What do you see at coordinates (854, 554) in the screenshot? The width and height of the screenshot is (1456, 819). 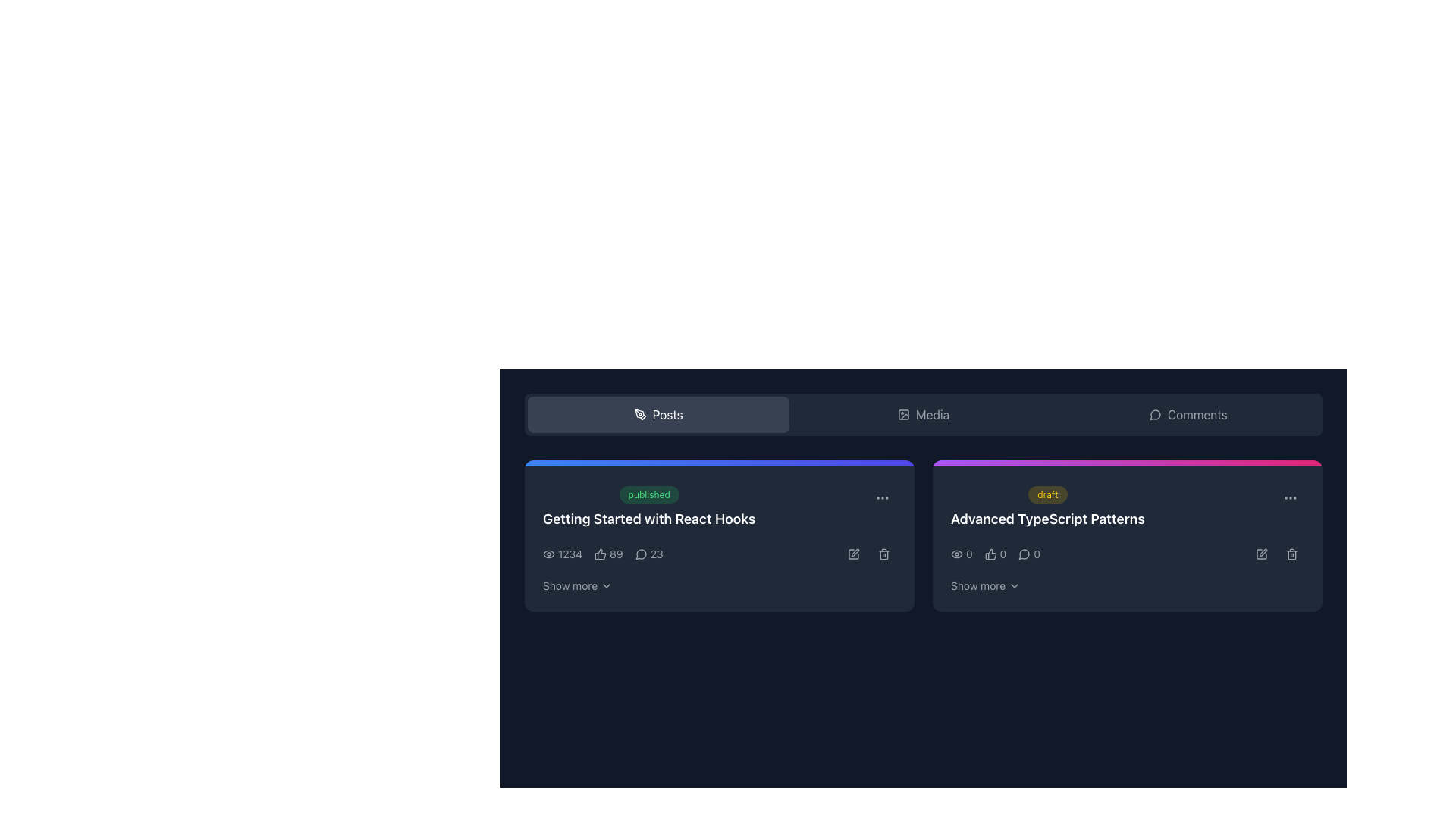 I see `the icon button resembling a partial pen or square outline, located at the bottom-right corner of the card titled 'Getting Started with React Hooks', to initiate an editing action` at bounding box center [854, 554].